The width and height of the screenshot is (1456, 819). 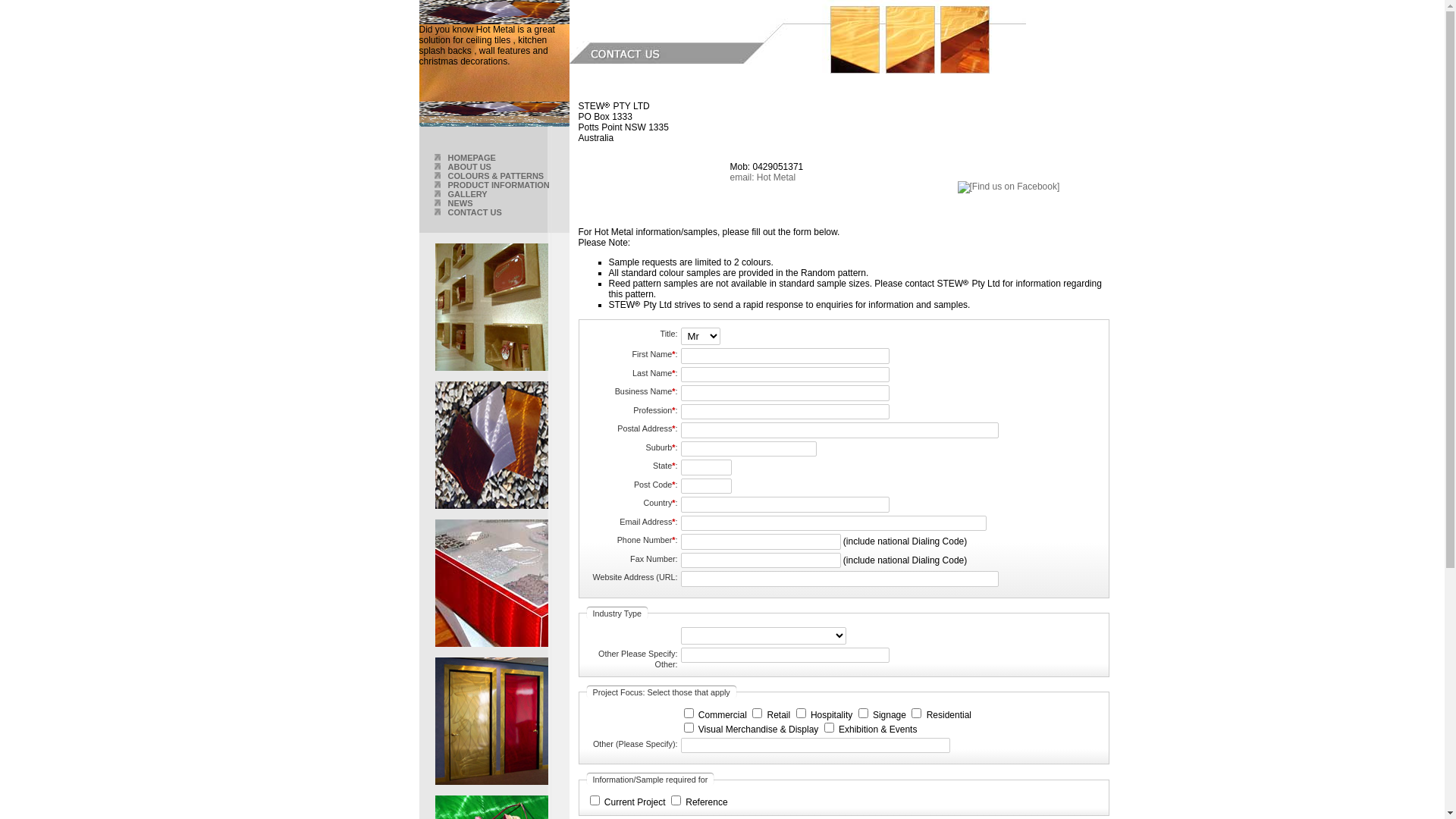 I want to click on 'CONTACT US', so click(x=473, y=212).